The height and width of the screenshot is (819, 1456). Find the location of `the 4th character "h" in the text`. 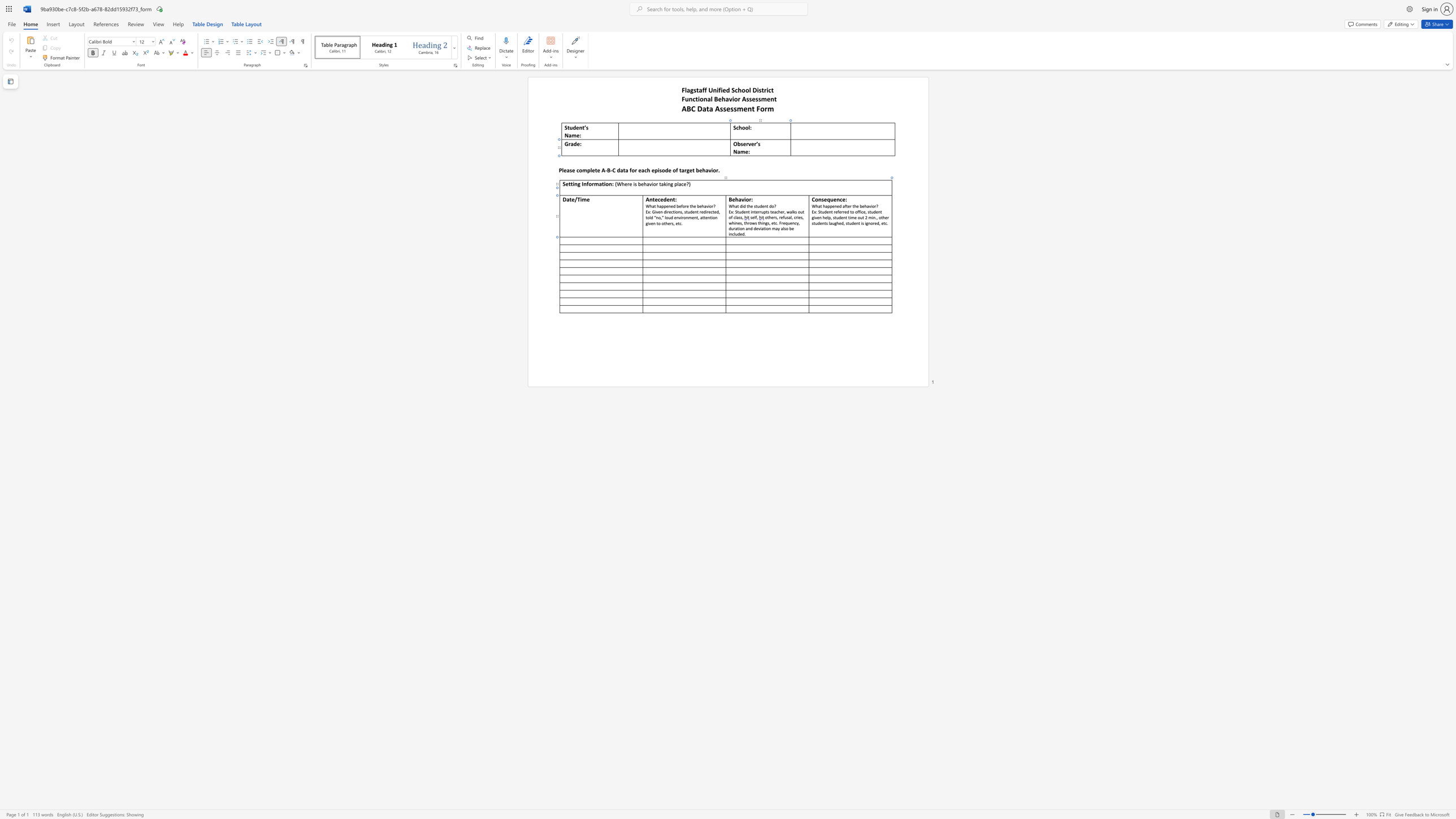

the 4th character "h" in the text is located at coordinates (865, 206).